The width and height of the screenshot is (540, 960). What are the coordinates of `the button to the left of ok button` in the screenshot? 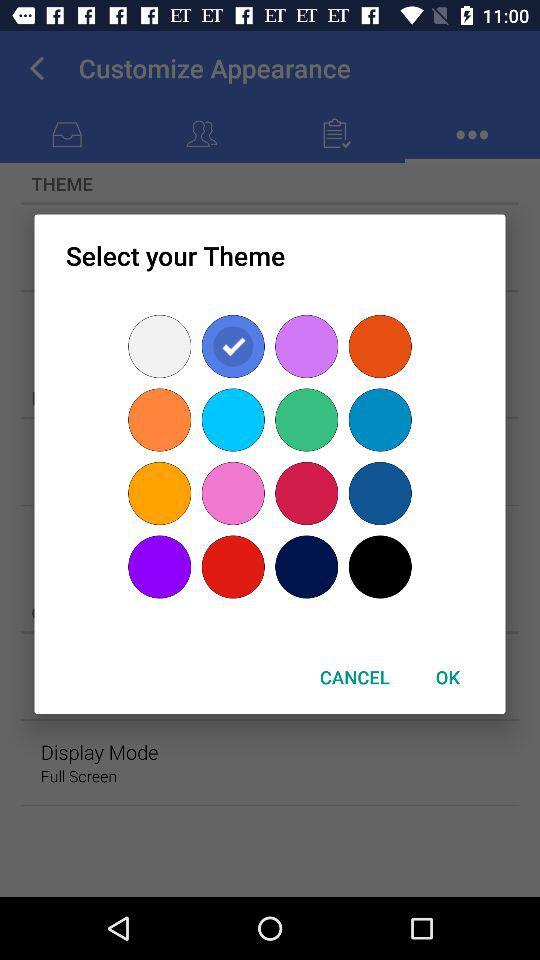 It's located at (353, 677).